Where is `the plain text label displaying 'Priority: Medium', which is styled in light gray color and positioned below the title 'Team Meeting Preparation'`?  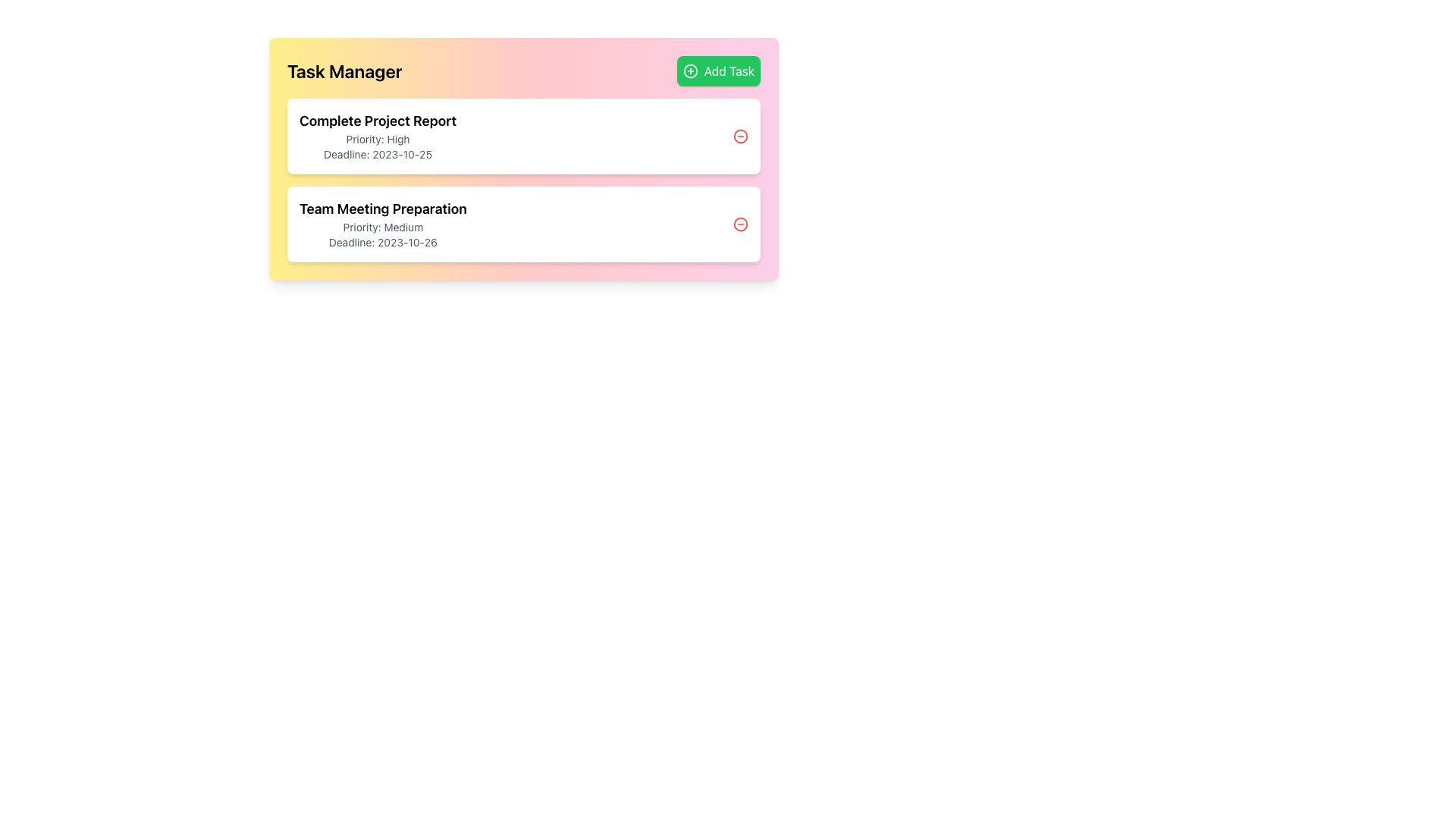 the plain text label displaying 'Priority: Medium', which is styled in light gray color and positioned below the title 'Team Meeting Preparation' is located at coordinates (383, 227).